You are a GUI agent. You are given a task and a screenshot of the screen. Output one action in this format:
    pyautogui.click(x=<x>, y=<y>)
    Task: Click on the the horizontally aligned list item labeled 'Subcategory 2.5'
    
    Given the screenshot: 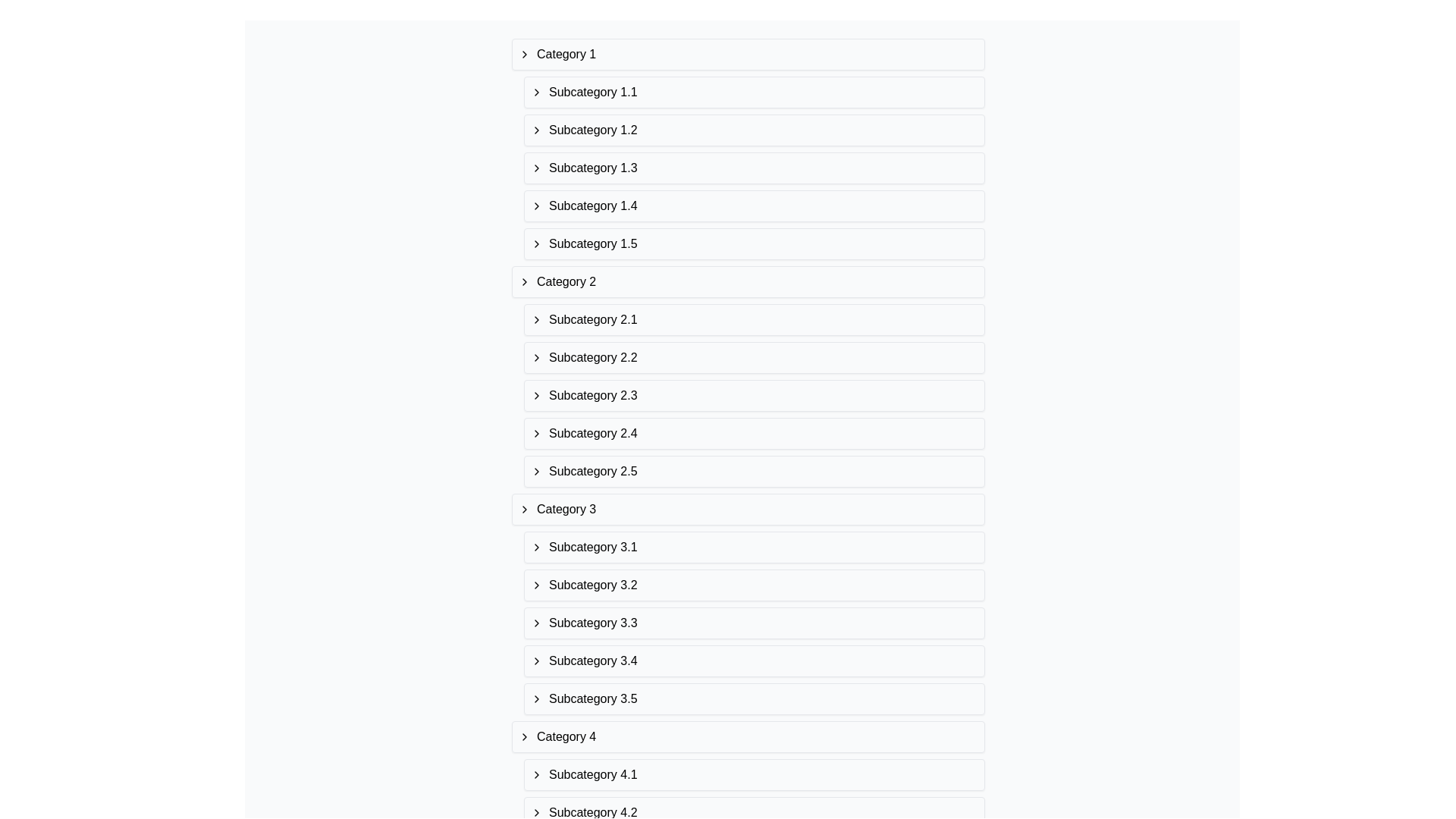 What is the action you would take?
    pyautogui.click(x=754, y=470)
    